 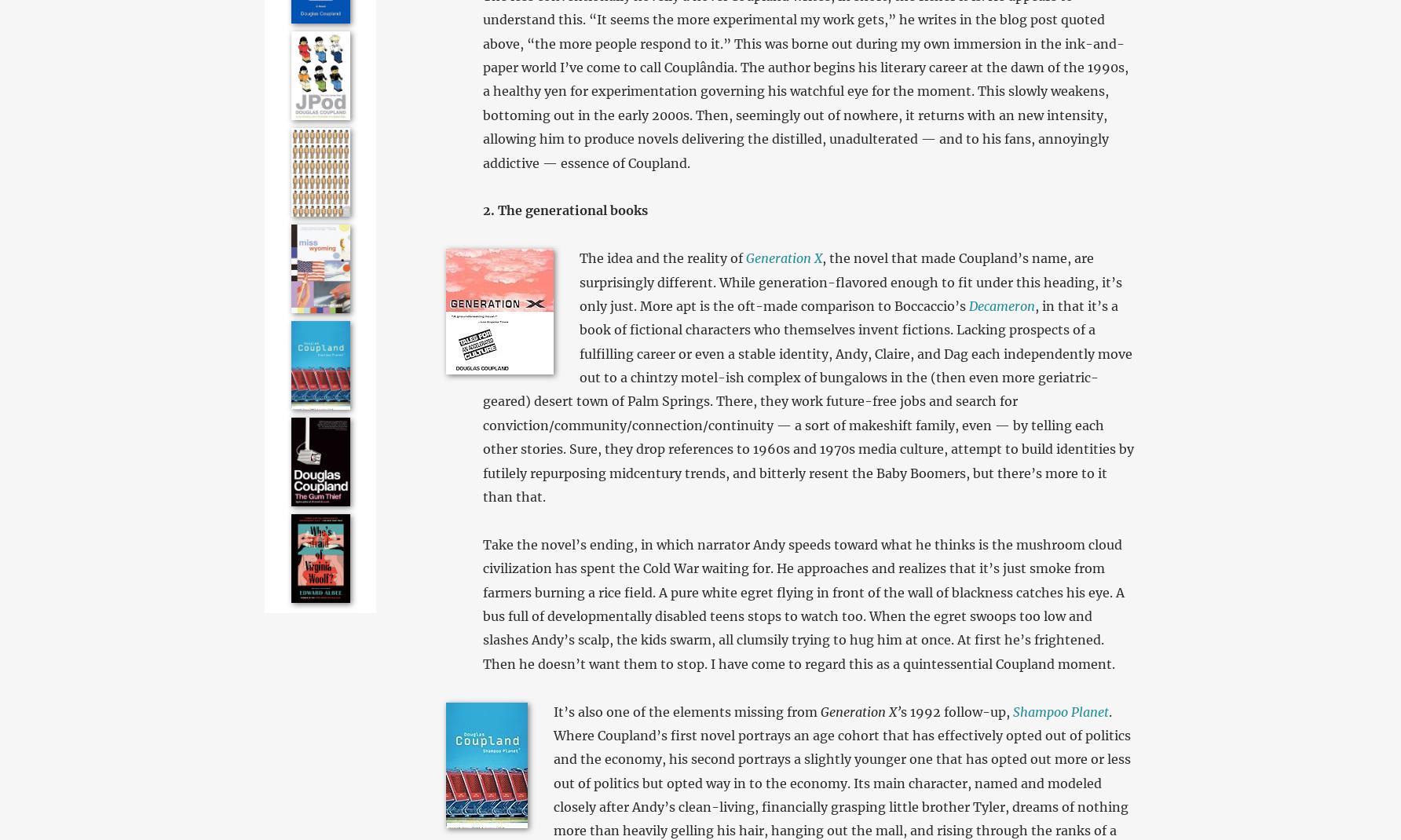 What do you see at coordinates (818, 710) in the screenshot?
I see `'Generation X’'` at bounding box center [818, 710].